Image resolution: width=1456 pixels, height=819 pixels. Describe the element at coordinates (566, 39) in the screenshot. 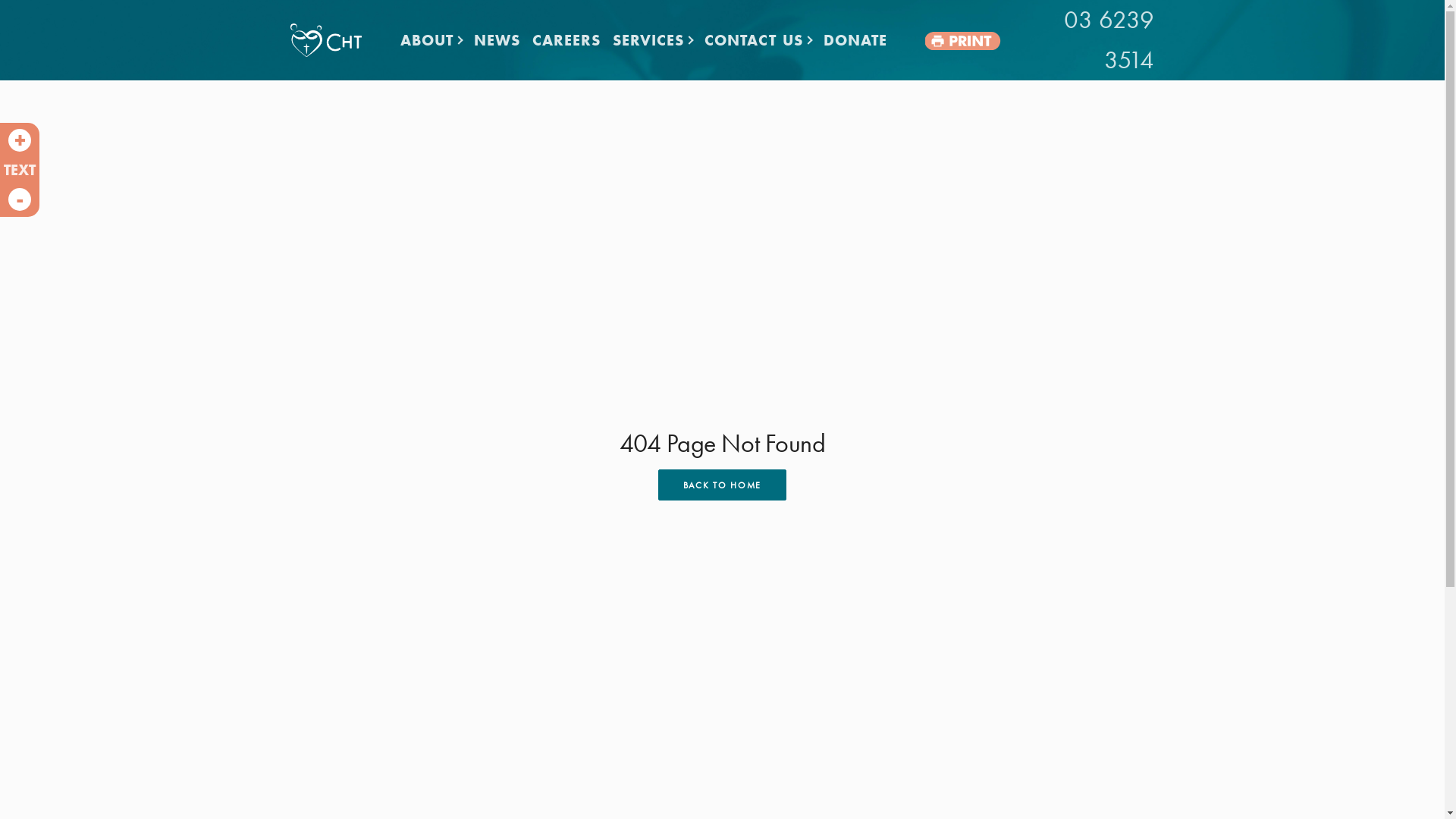

I see `'CAREERS'` at that location.